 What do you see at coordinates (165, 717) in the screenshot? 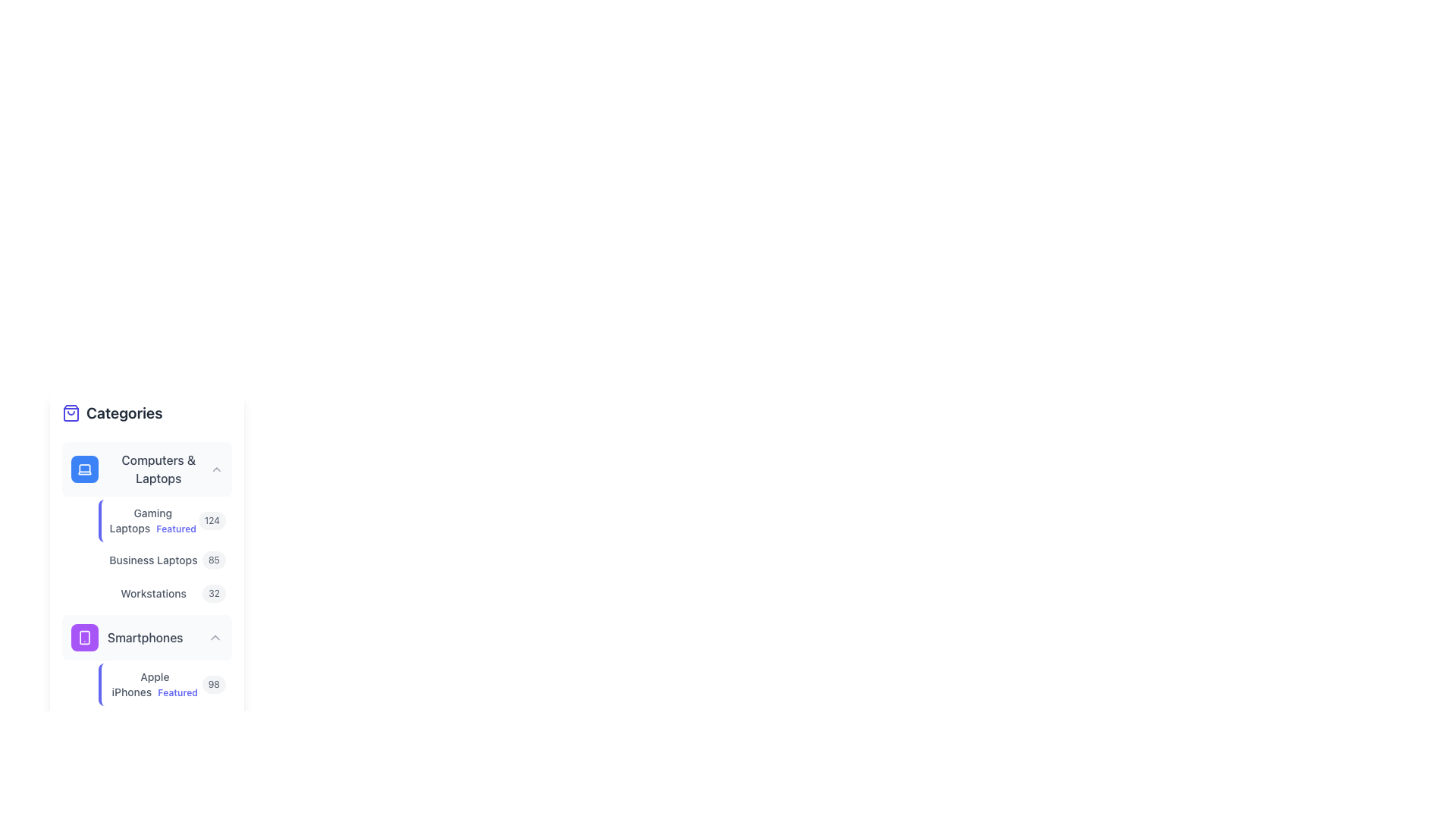
I see `the clickable list item labeled 'Apple iPhones' with a blue 'Featured' subtitle` at bounding box center [165, 717].